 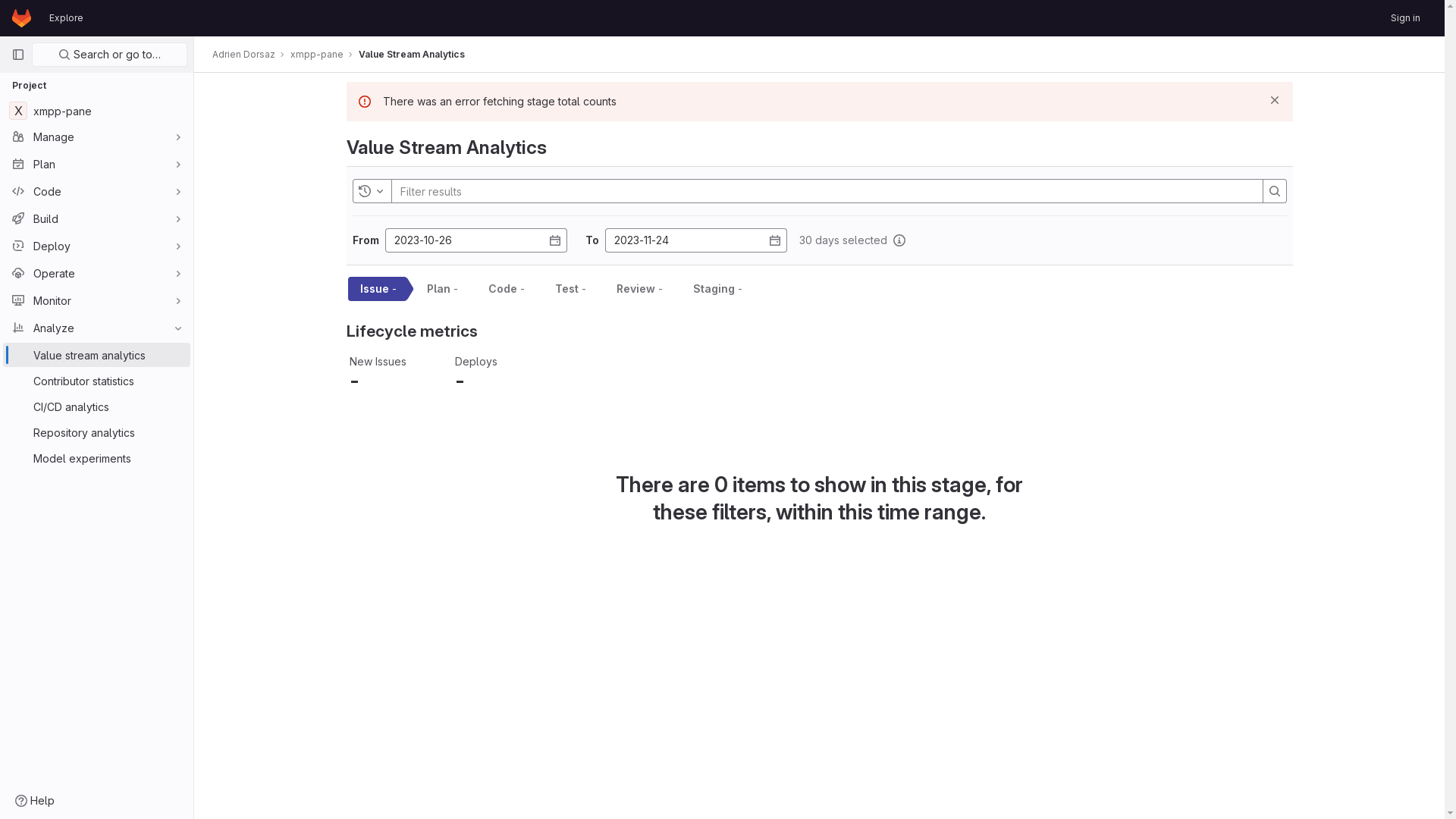 What do you see at coordinates (96, 457) in the screenshot?
I see `'Model experiments'` at bounding box center [96, 457].